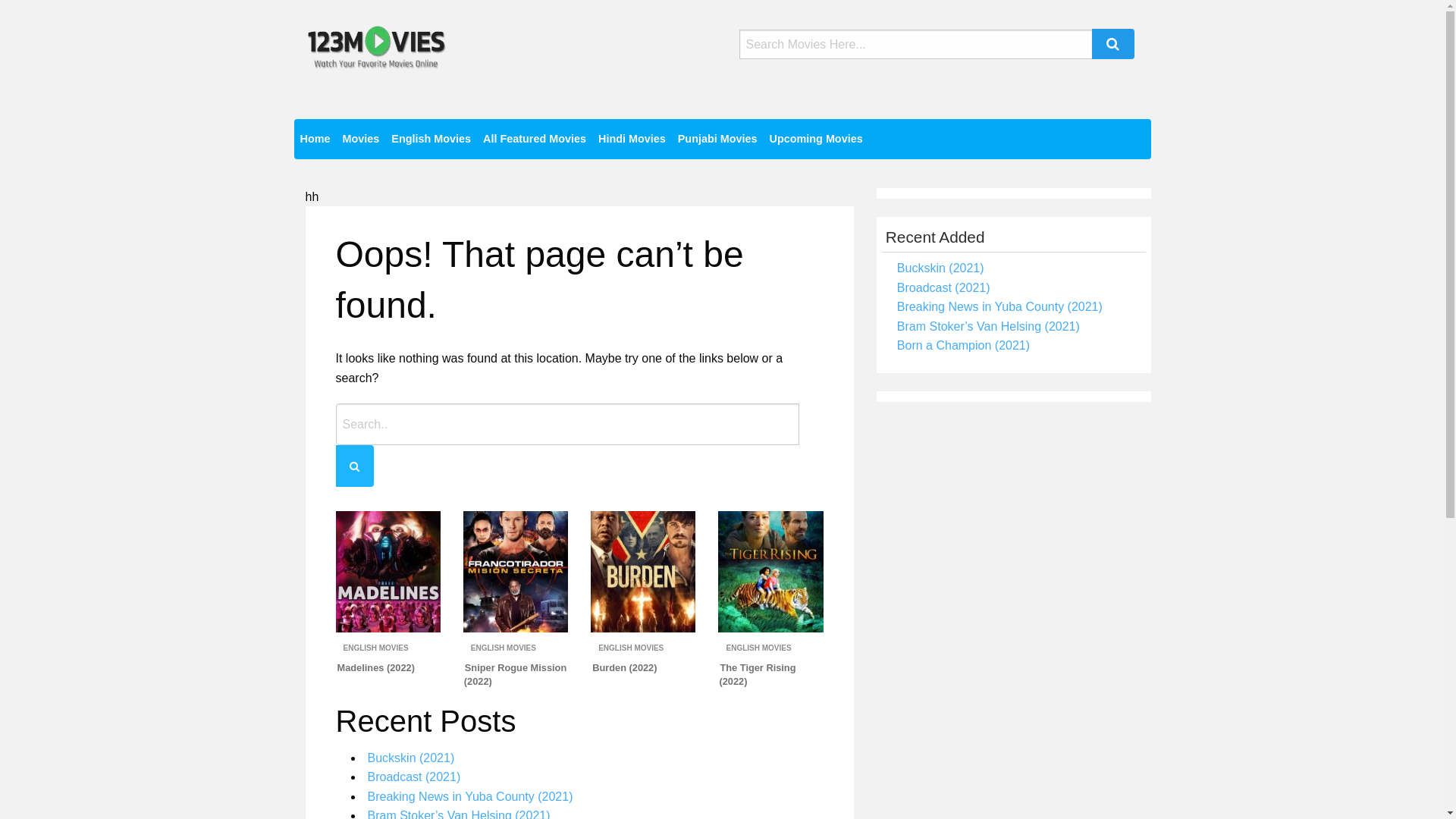 Image resolution: width=1456 pixels, height=819 pixels. Describe the element at coordinates (336, 667) in the screenshot. I see `'Madelines (2022)'` at that location.